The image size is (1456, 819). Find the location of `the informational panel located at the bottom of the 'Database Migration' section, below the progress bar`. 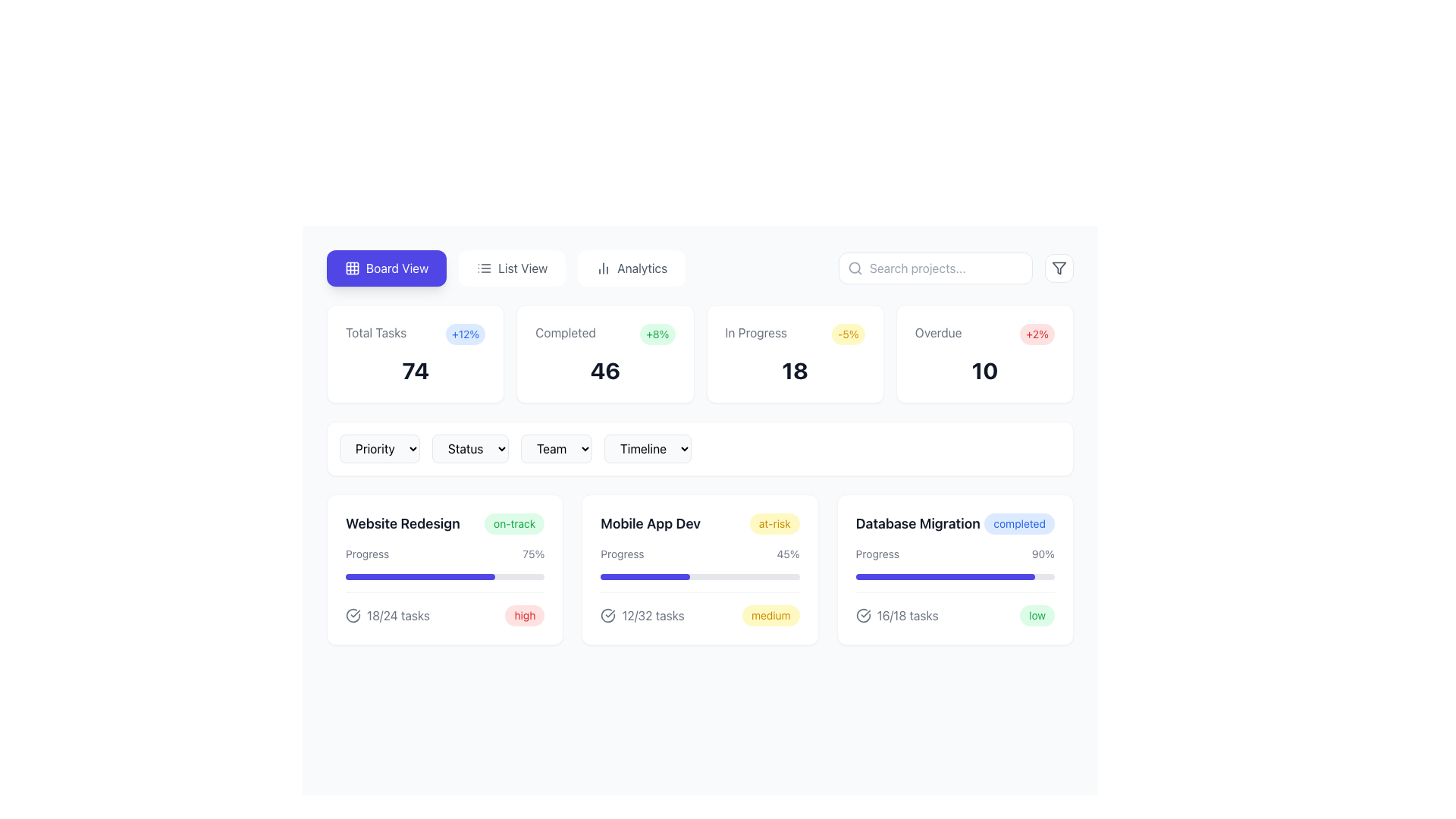

the informational panel located at the bottom of the 'Database Migration' section, below the progress bar is located at coordinates (954, 608).